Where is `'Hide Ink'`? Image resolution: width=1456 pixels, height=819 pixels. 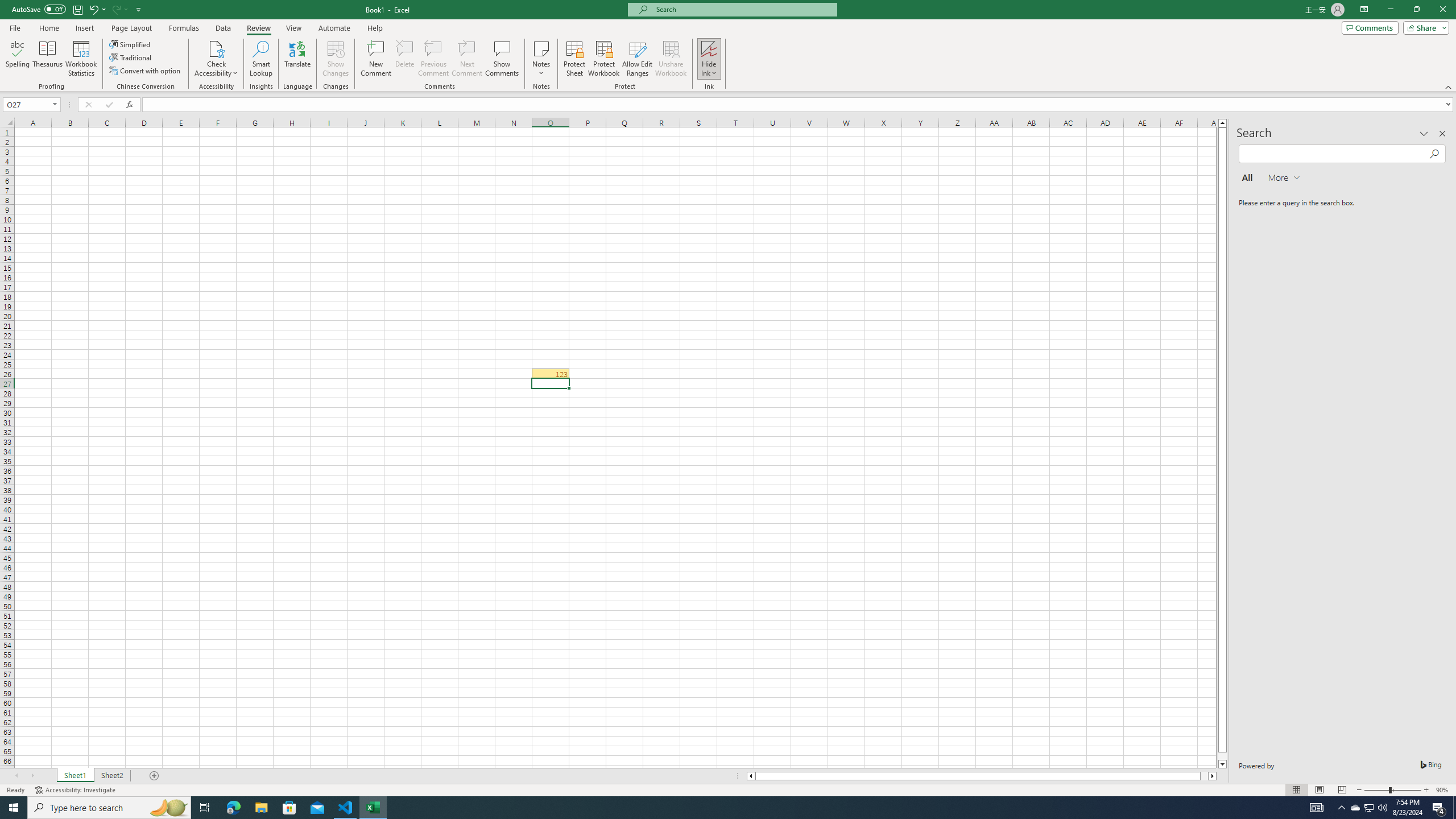 'Hide Ink' is located at coordinates (709, 59).